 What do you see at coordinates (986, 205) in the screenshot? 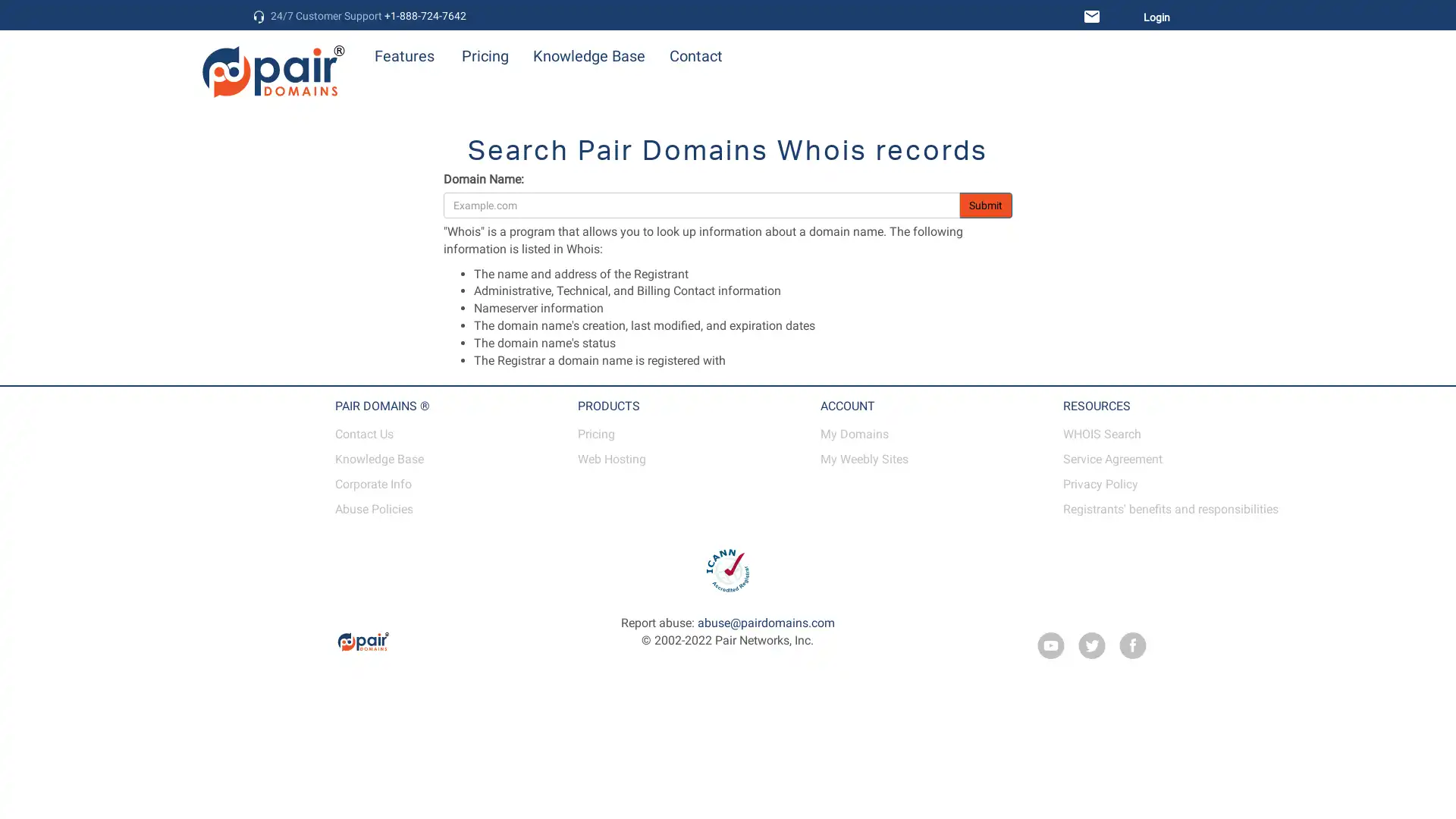
I see `Submit` at bounding box center [986, 205].